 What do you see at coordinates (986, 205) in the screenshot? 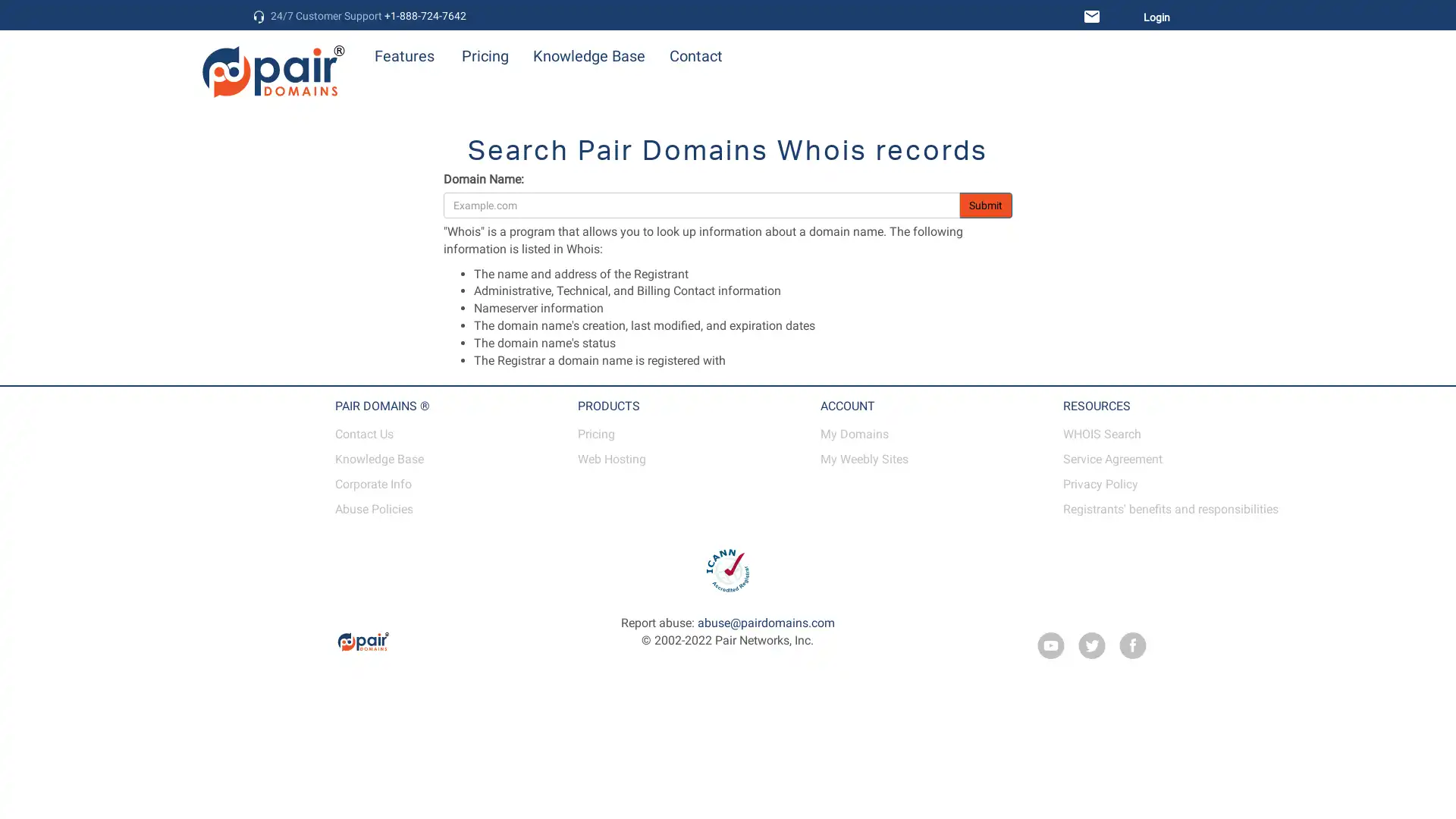
I see `Submit` at bounding box center [986, 205].